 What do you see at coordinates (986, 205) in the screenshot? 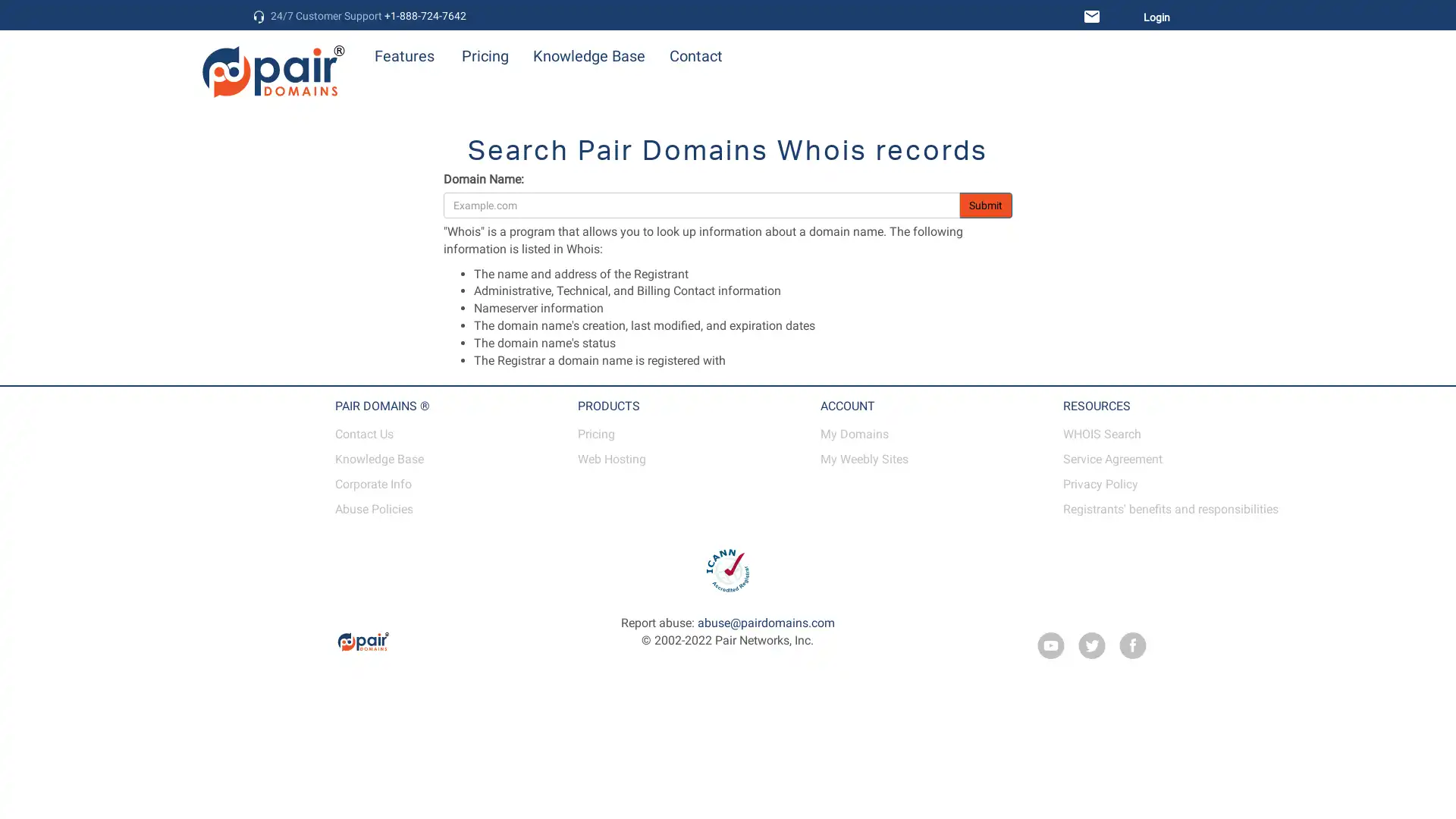
I see `Submit` at bounding box center [986, 205].